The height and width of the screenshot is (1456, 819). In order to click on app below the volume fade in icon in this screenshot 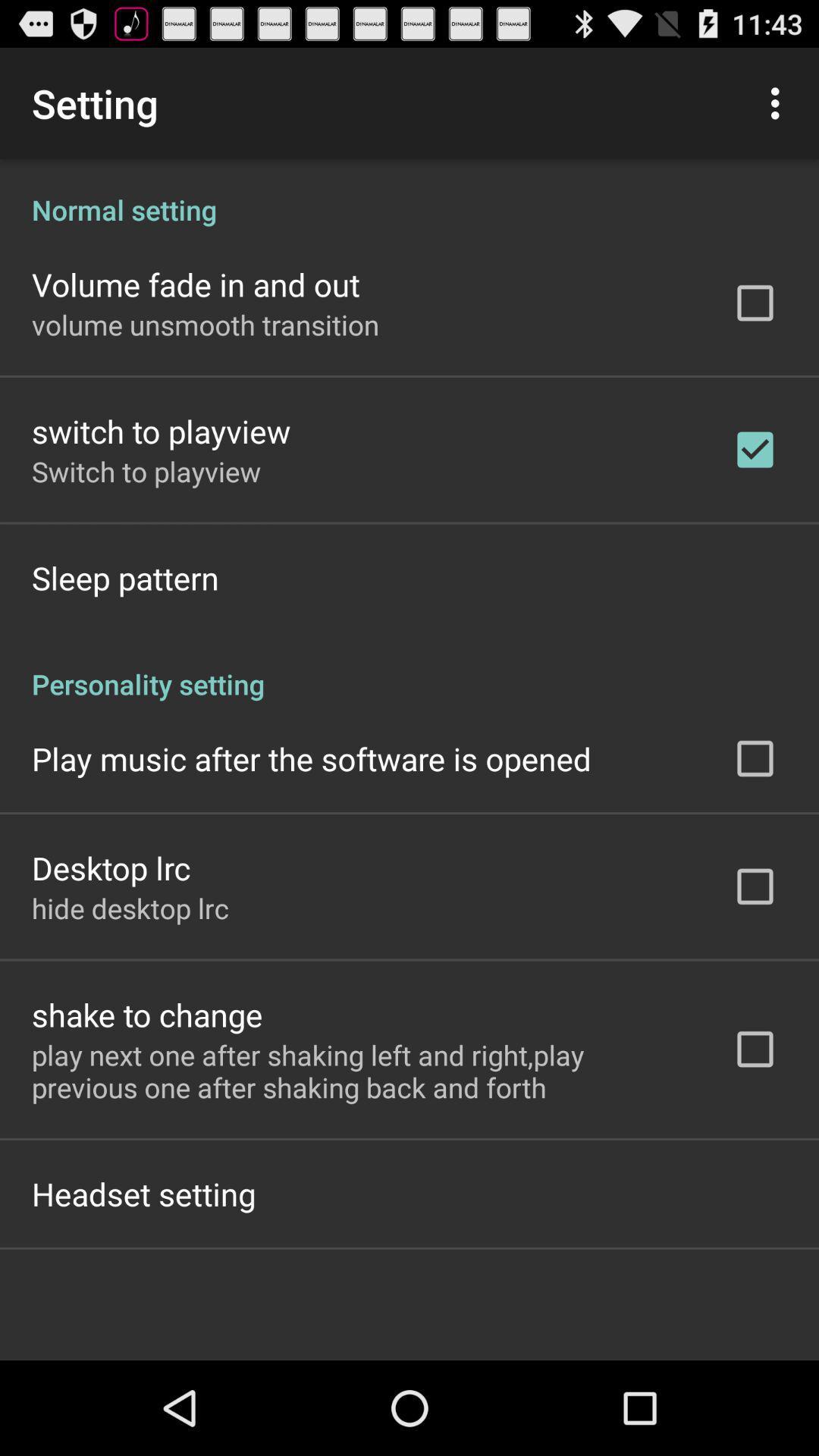, I will do `click(206, 324)`.